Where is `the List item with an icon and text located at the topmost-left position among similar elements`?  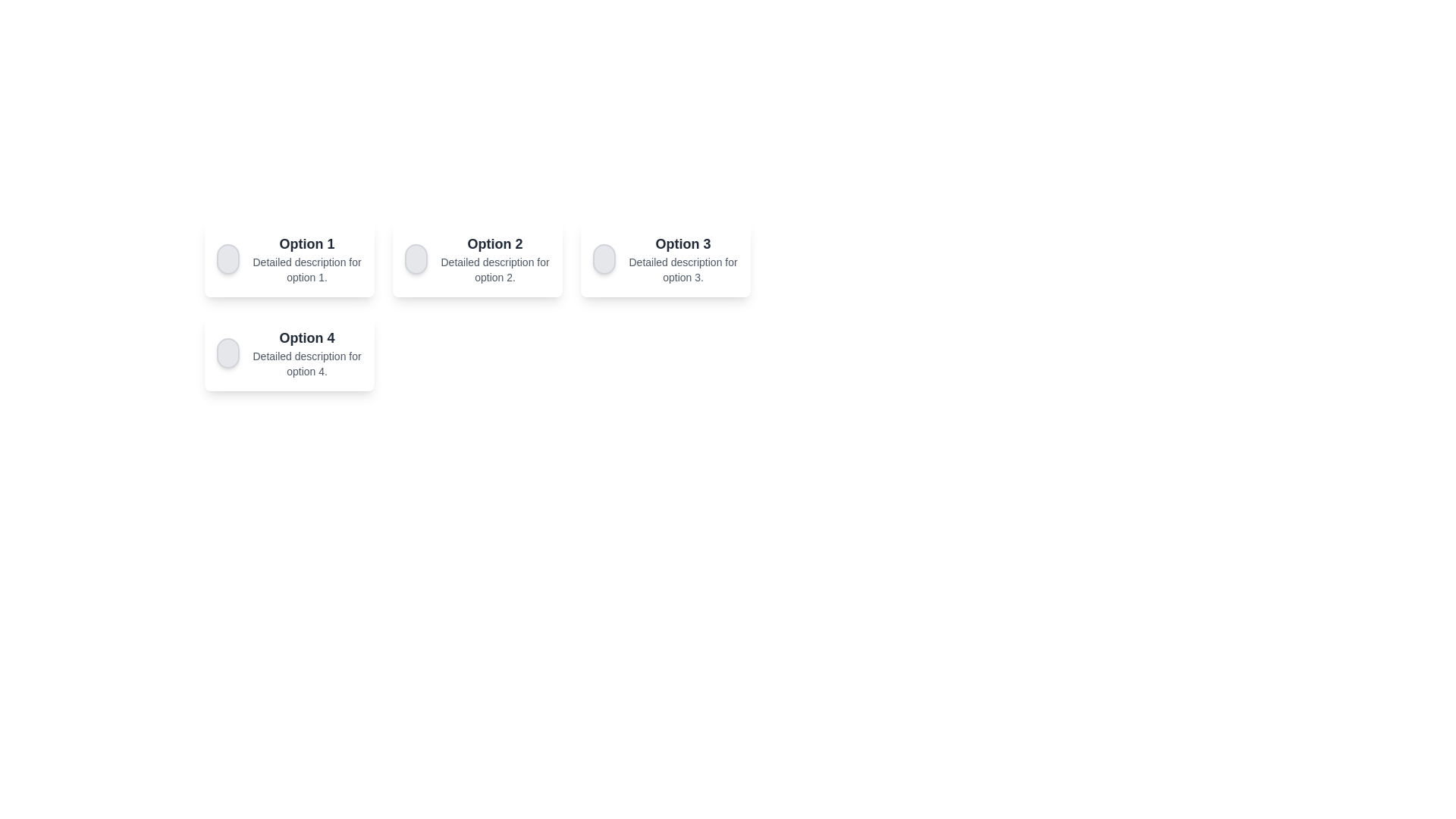
the List item with an icon and text located at the topmost-left position among similar elements is located at coordinates (290, 259).